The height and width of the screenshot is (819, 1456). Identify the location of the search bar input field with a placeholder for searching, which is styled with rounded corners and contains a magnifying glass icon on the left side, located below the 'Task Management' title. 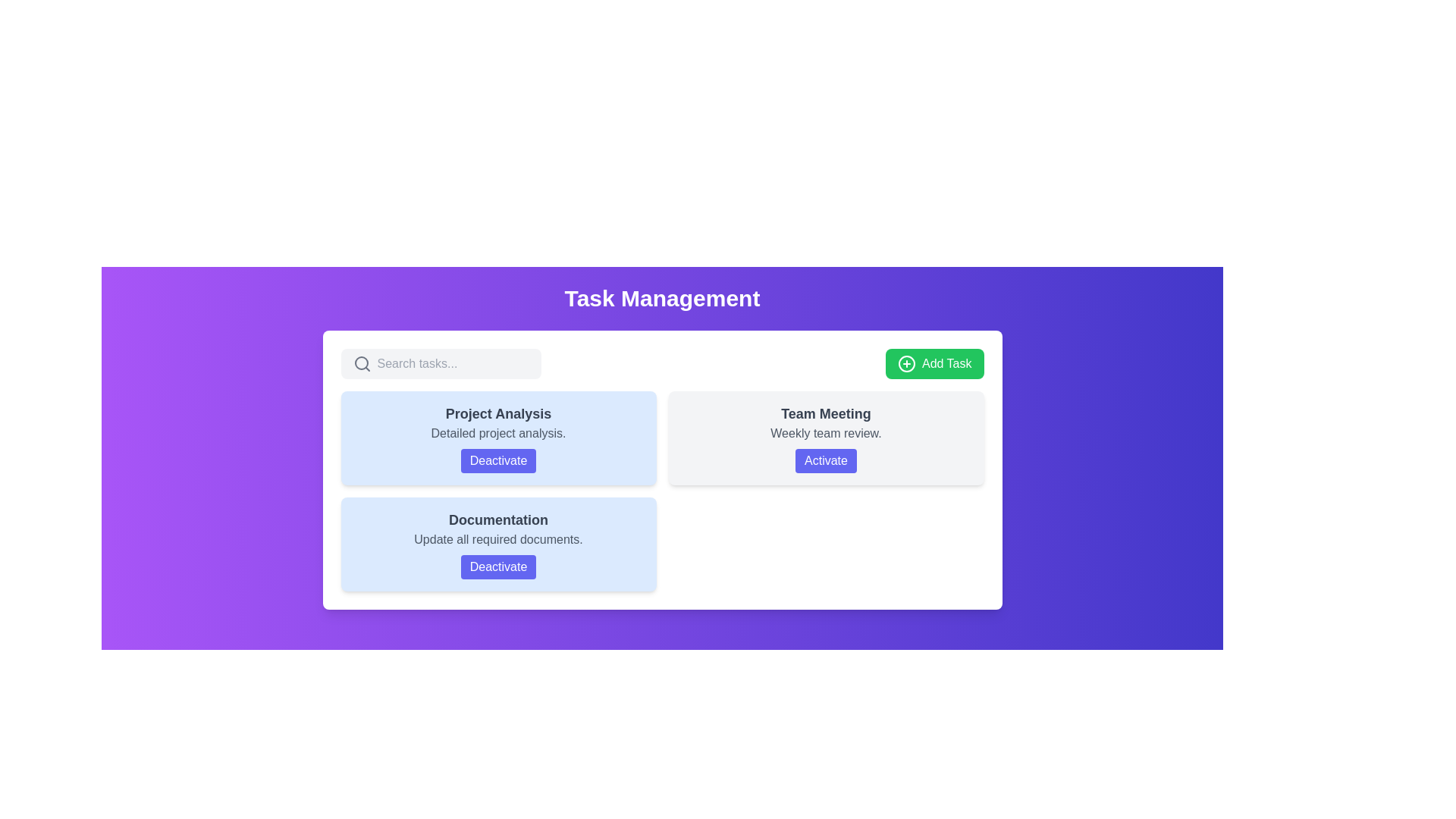
(440, 363).